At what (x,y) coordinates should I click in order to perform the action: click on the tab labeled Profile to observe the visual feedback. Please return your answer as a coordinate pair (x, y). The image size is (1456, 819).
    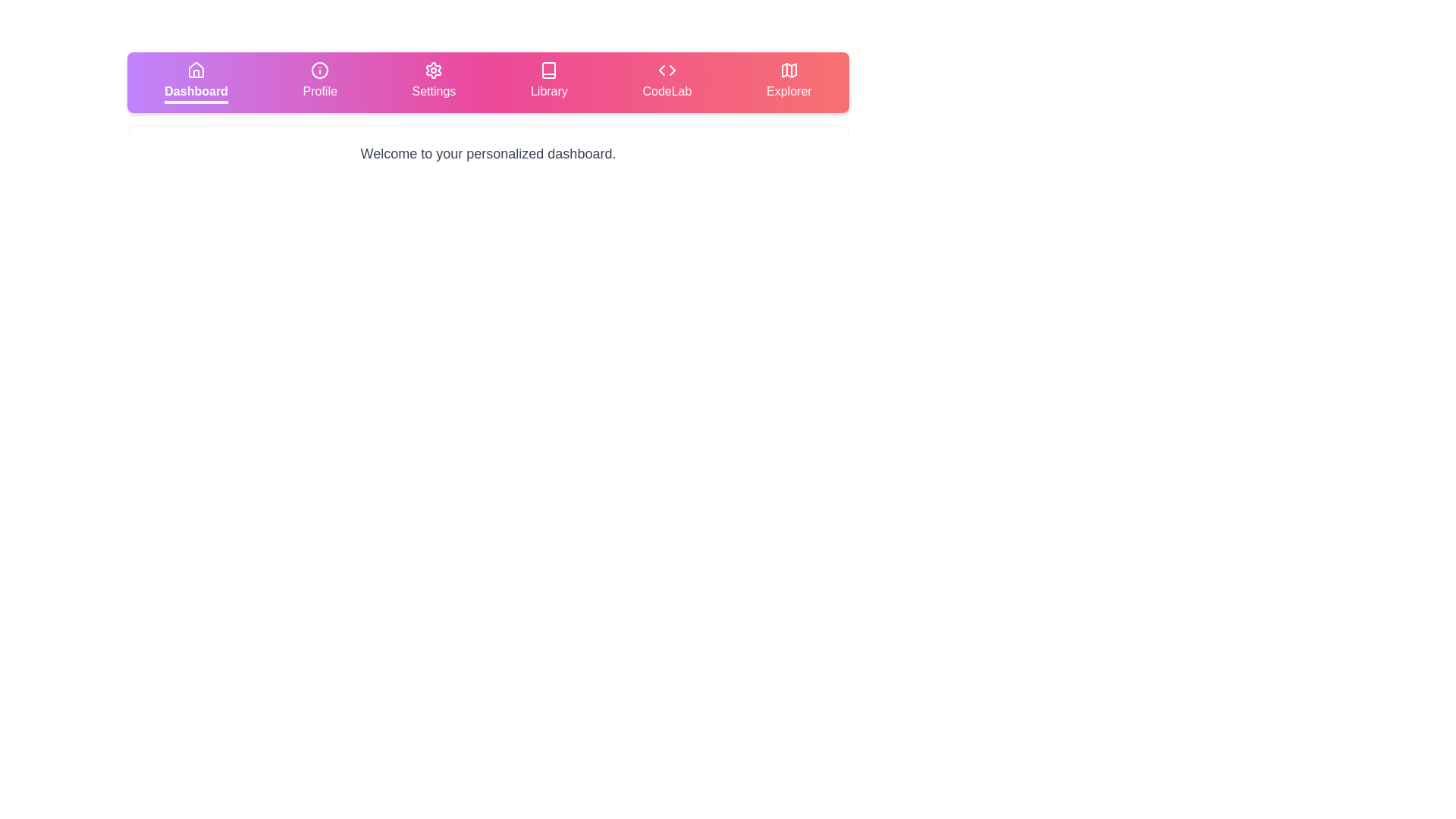
    Looking at the image, I should click on (319, 82).